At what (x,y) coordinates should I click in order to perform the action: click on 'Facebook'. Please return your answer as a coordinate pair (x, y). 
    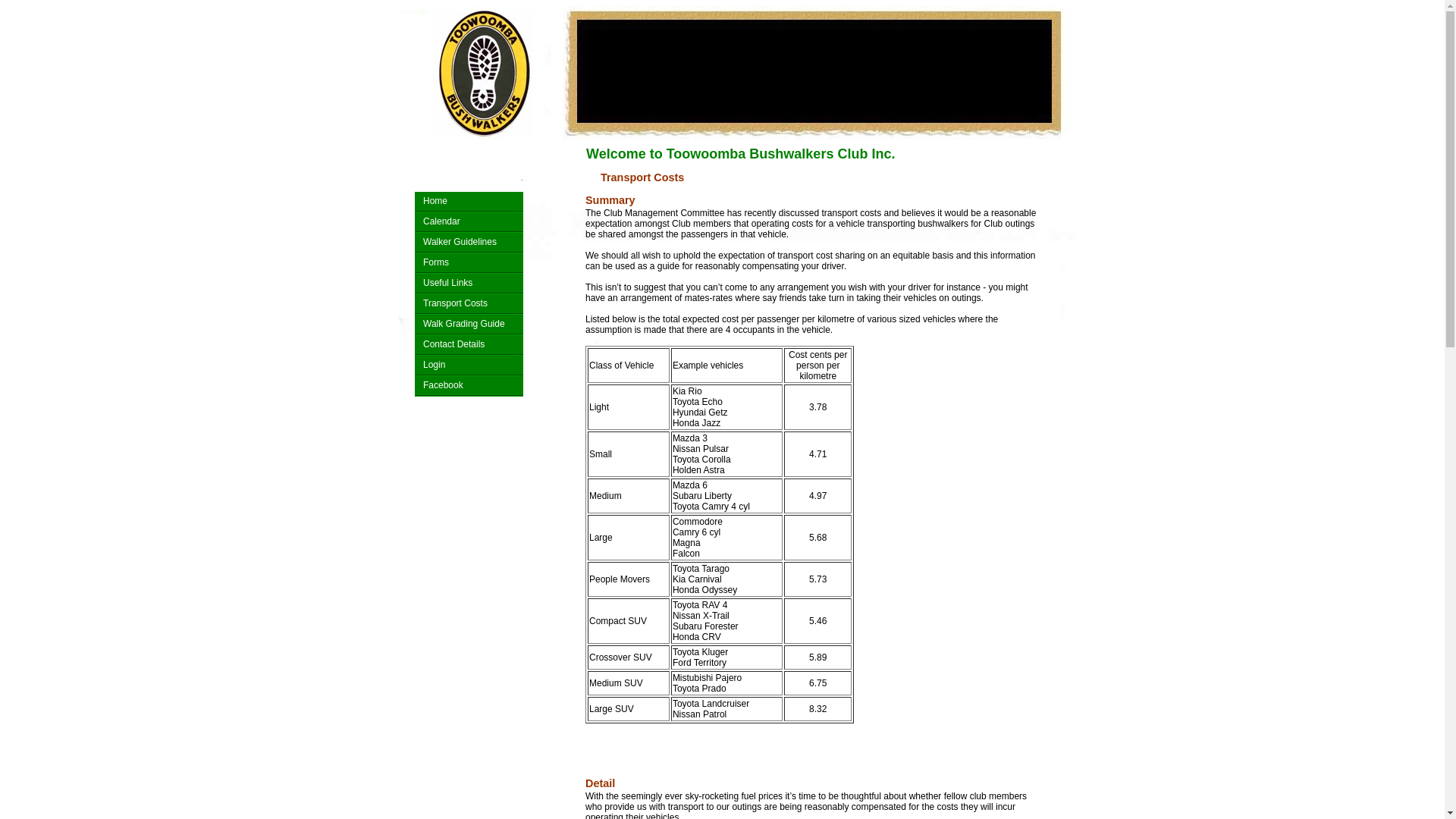
    Looking at the image, I should click on (469, 385).